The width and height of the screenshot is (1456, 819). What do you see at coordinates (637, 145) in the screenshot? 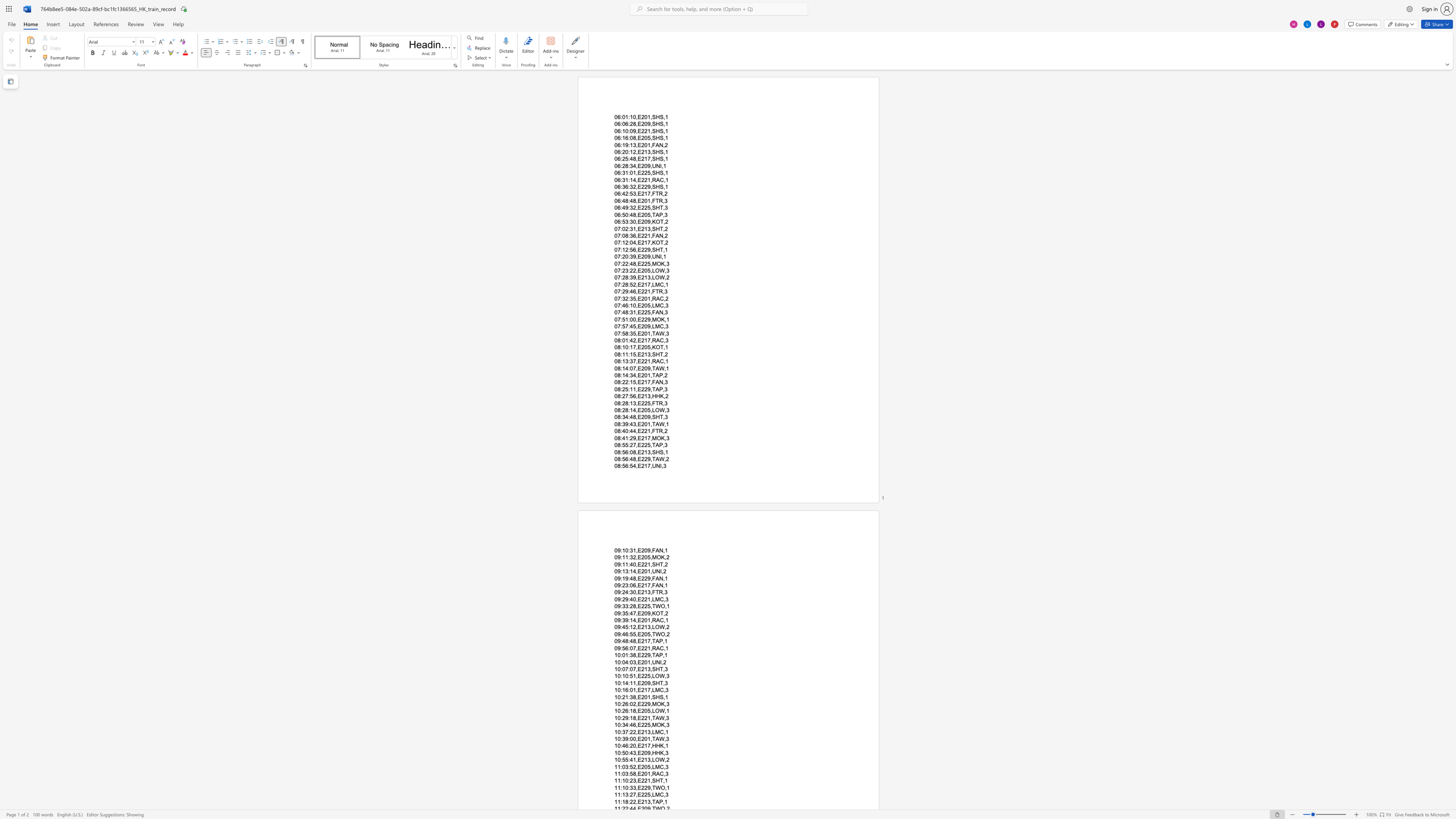
I see `the subset text "E201" within the text "06:19:13,E201,FAN,2"` at bounding box center [637, 145].